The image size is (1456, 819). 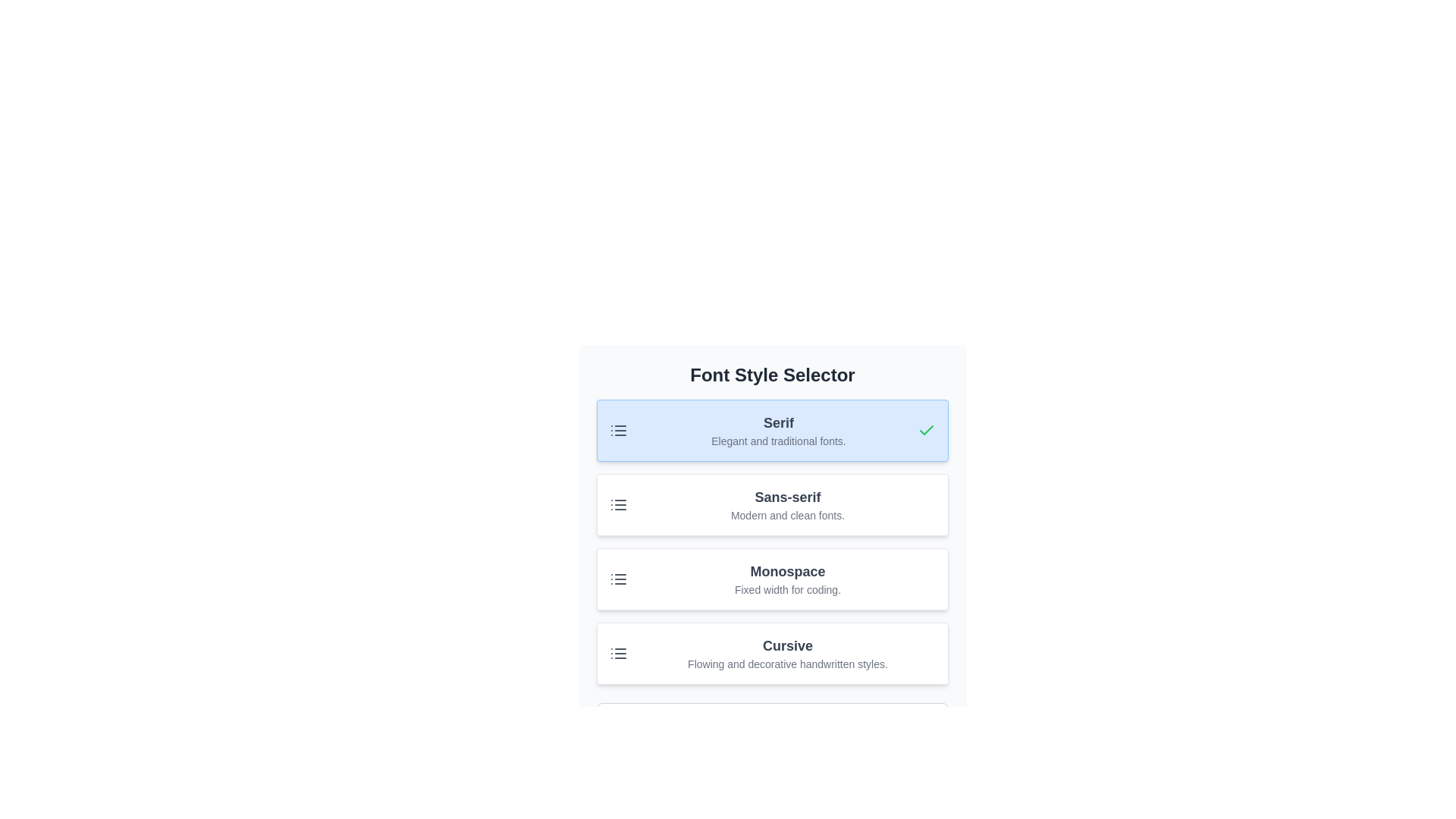 What do you see at coordinates (779, 441) in the screenshot?
I see `the text field displaying 'Elegant and traditional fonts.' which is located below the 'Serif' title and is part of the 'Font Style Selector' section` at bounding box center [779, 441].